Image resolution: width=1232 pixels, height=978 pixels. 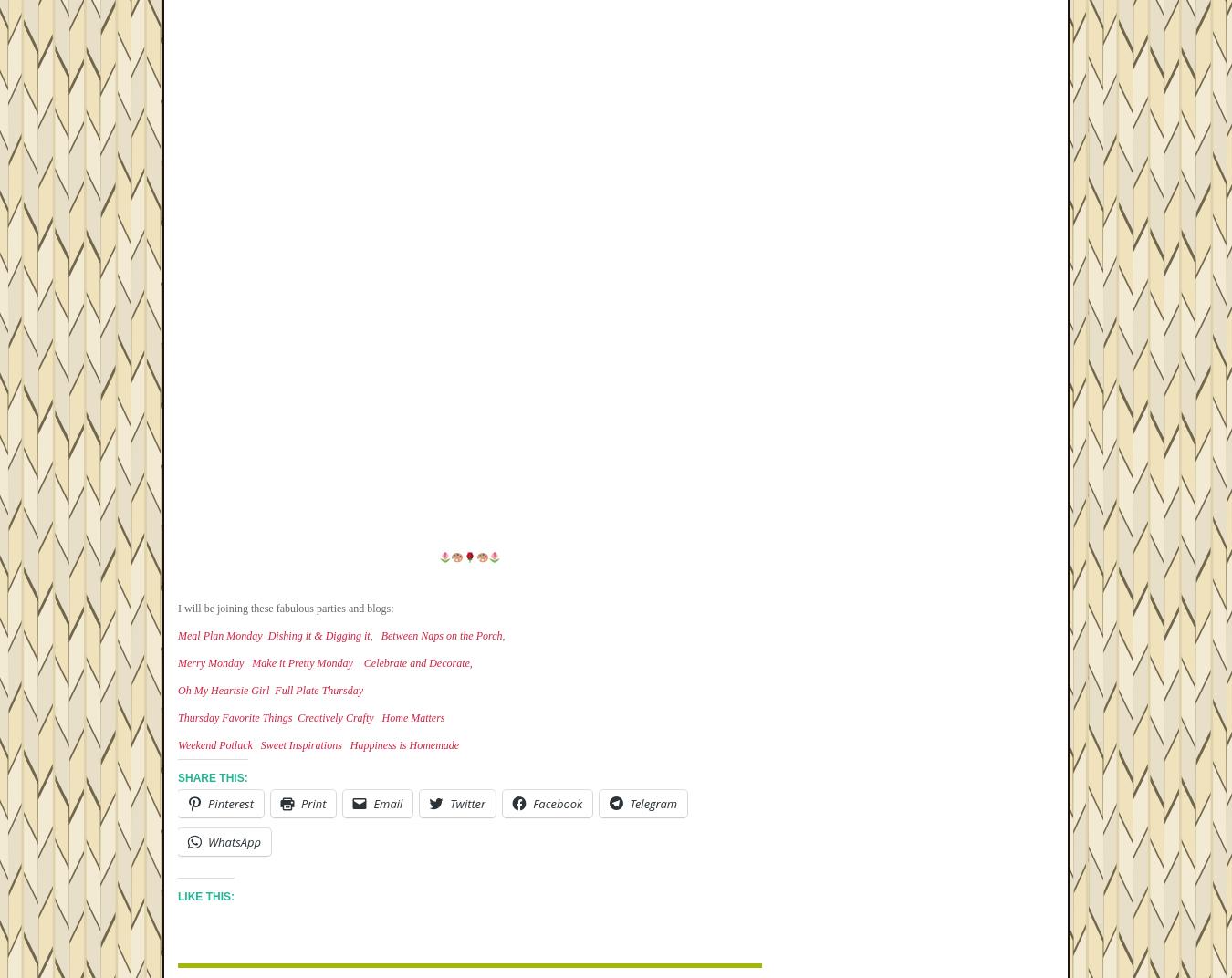 I want to click on 'Between Naps on the Porch', so click(x=381, y=635).